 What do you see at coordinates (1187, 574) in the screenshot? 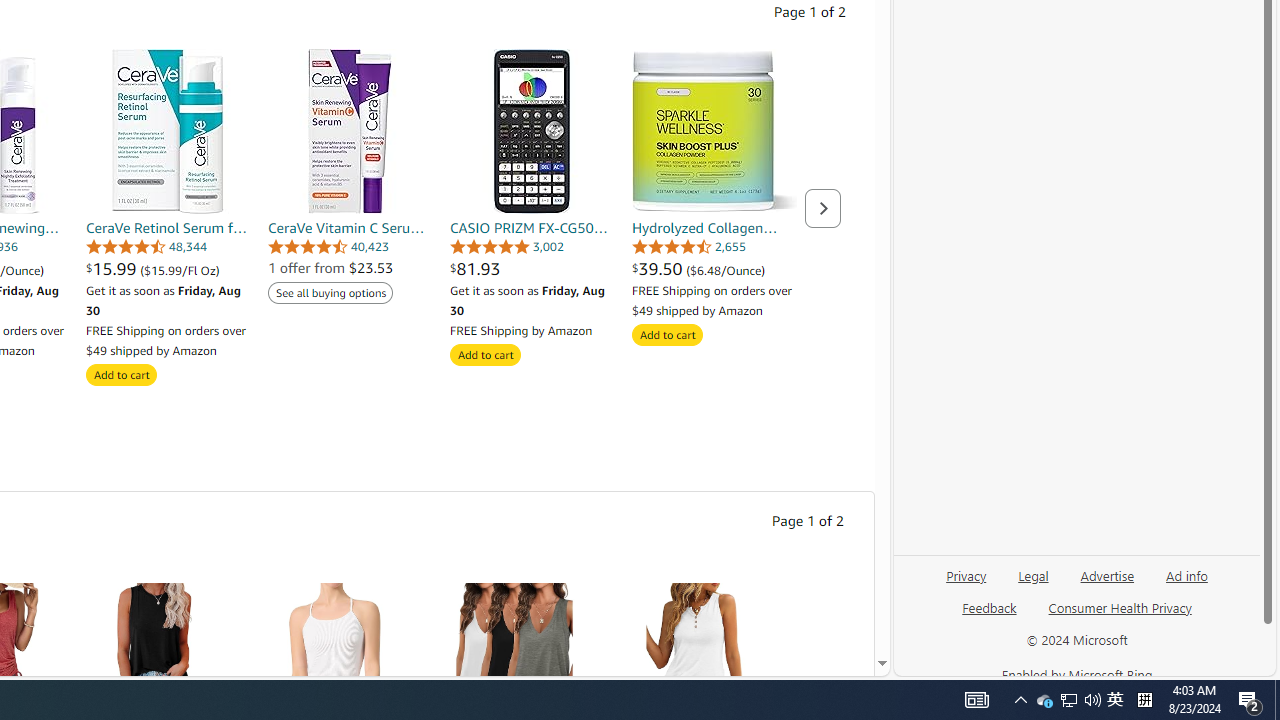
I see `'Ad info'` at bounding box center [1187, 574].